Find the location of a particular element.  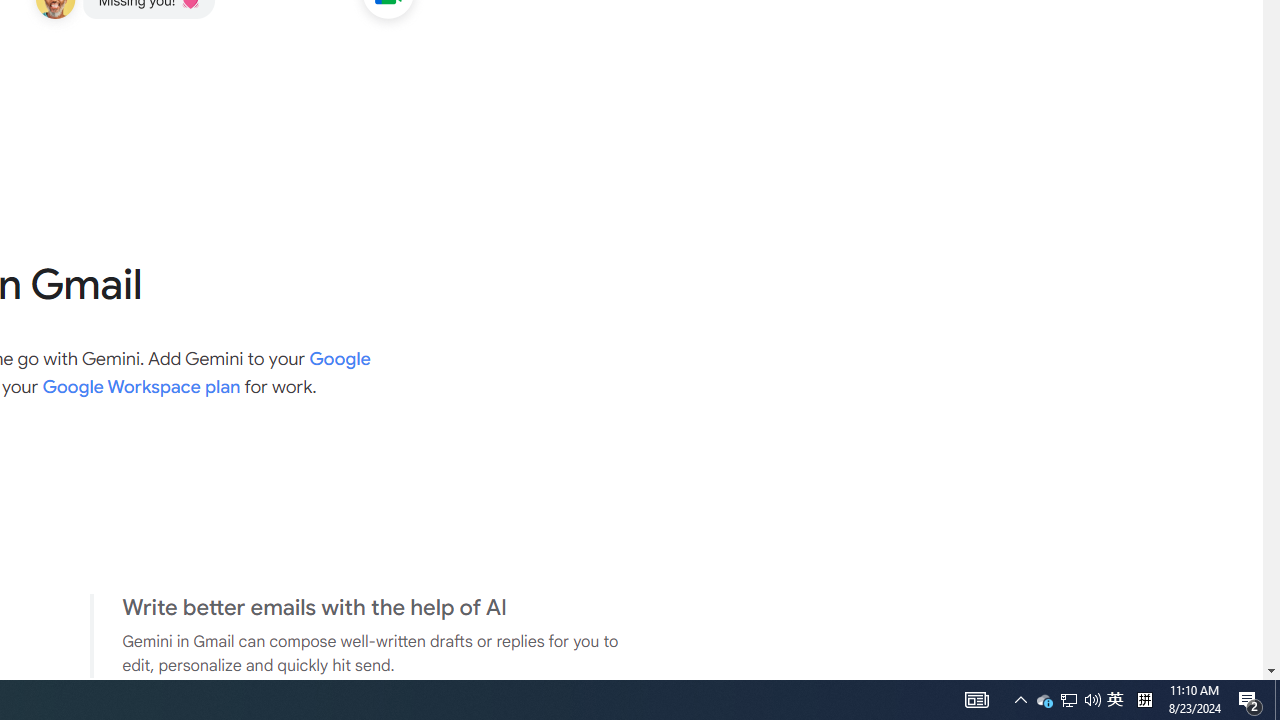

'User Promoted Notification Area' is located at coordinates (1114, 698).